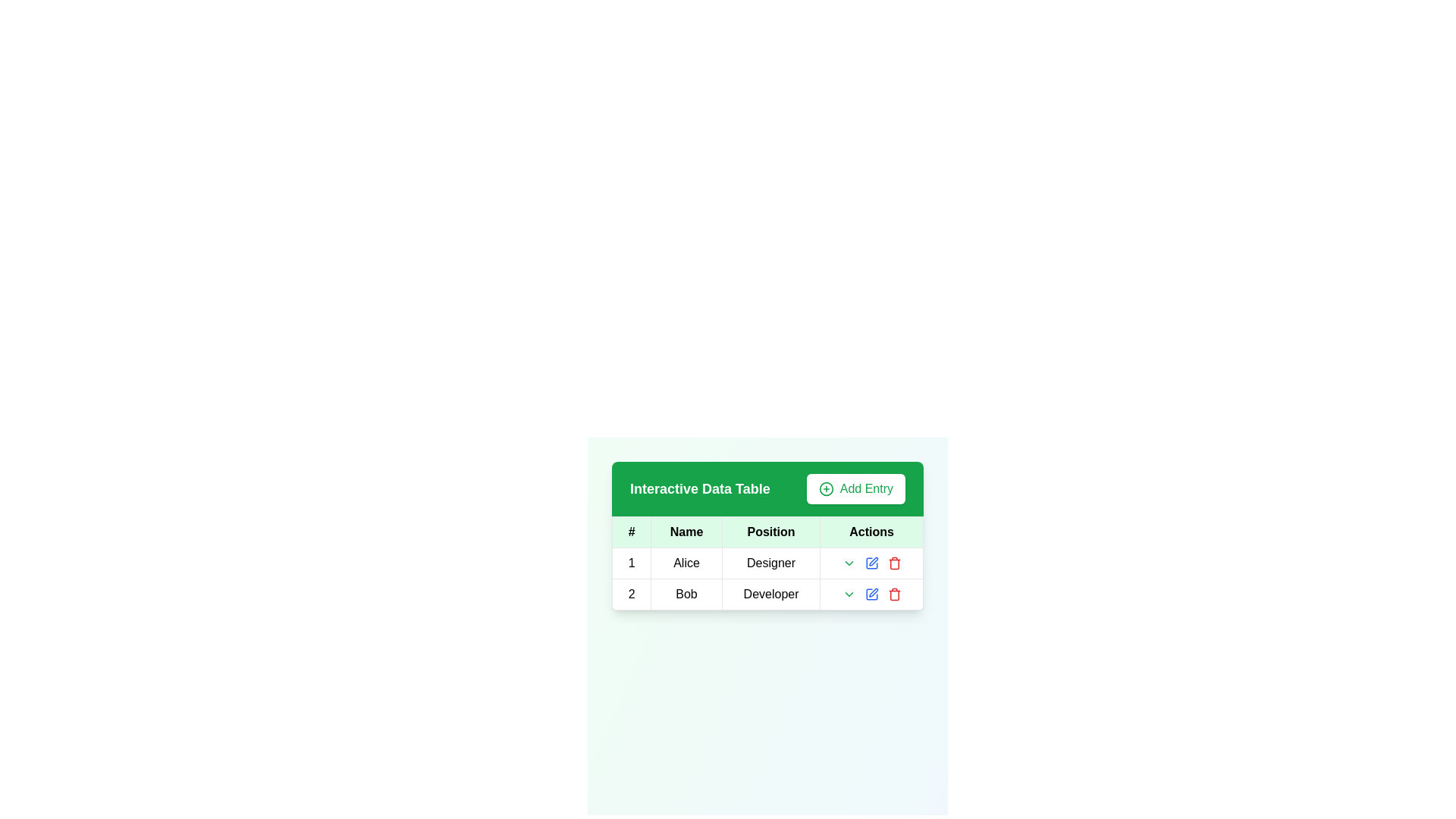 This screenshot has height=819, width=1456. I want to click on the static text element displaying the position title 'Designer' for the individual named 'Alice' in the first row of the table under the 'Position' column, so click(767, 563).